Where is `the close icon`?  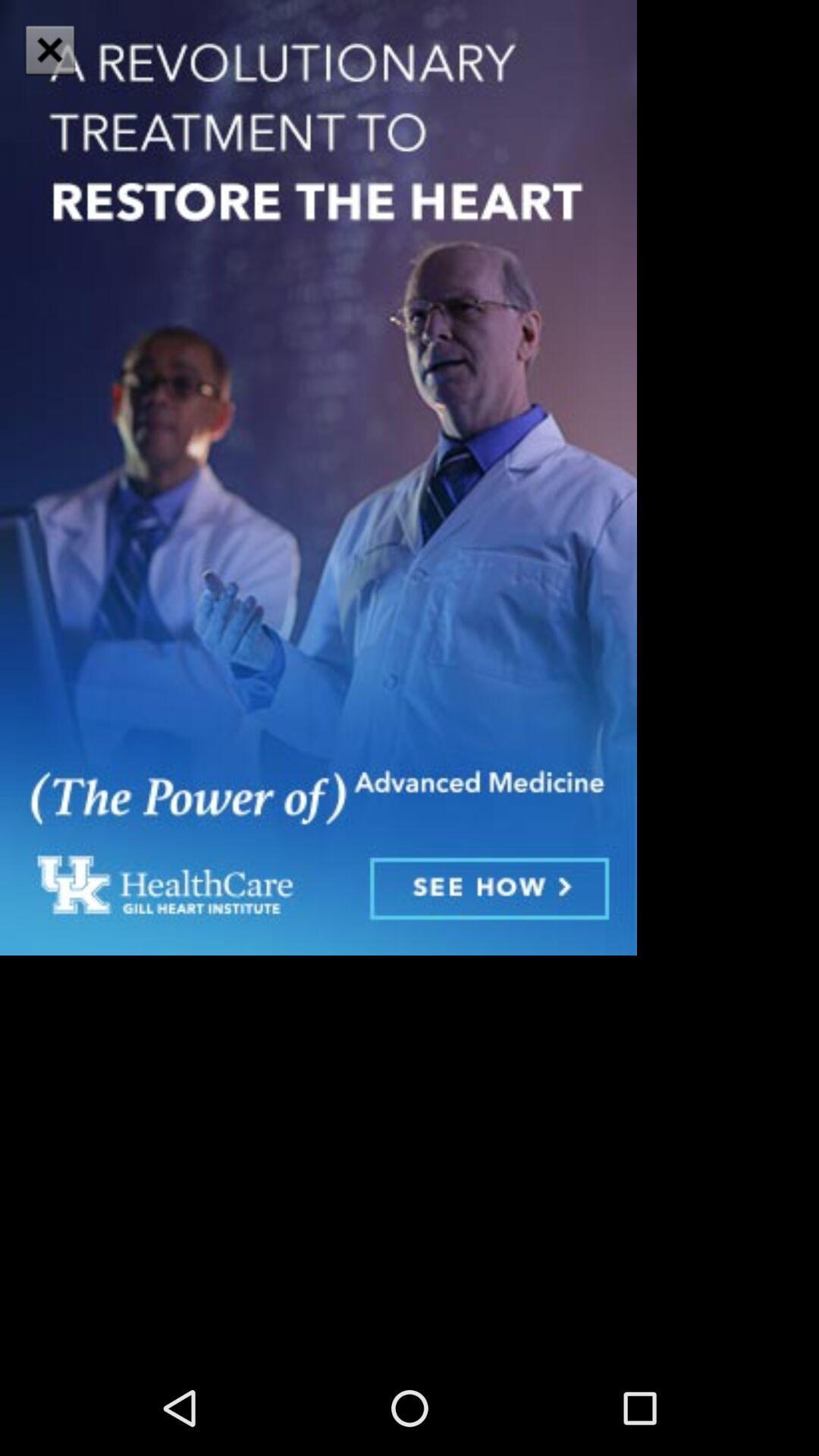 the close icon is located at coordinates (49, 53).